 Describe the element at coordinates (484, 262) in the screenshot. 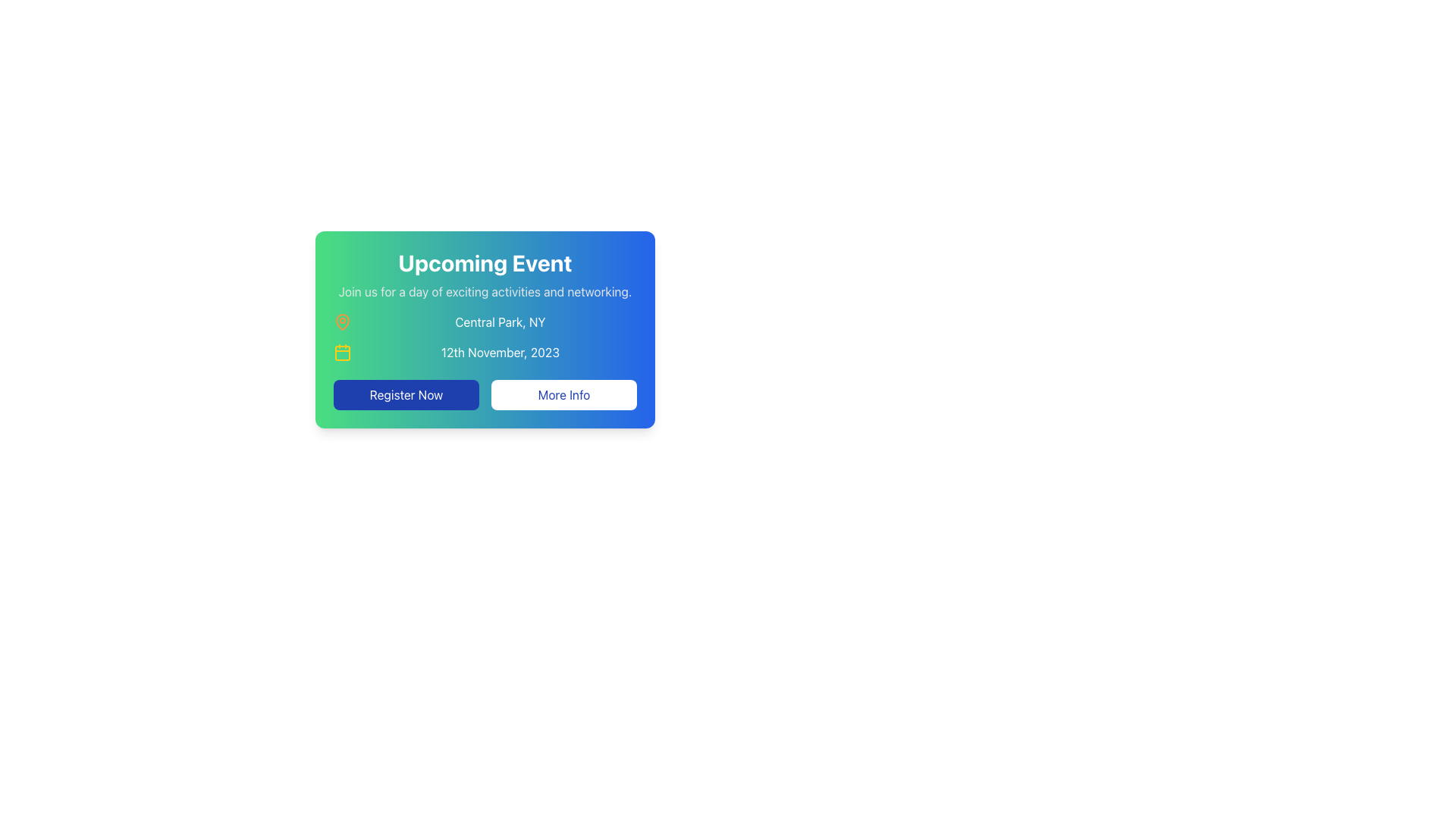

I see `the prominently styled text label that displays 'Upcoming Event', which is large, bold, and white, located at the top part of a rectangular card interface` at that location.